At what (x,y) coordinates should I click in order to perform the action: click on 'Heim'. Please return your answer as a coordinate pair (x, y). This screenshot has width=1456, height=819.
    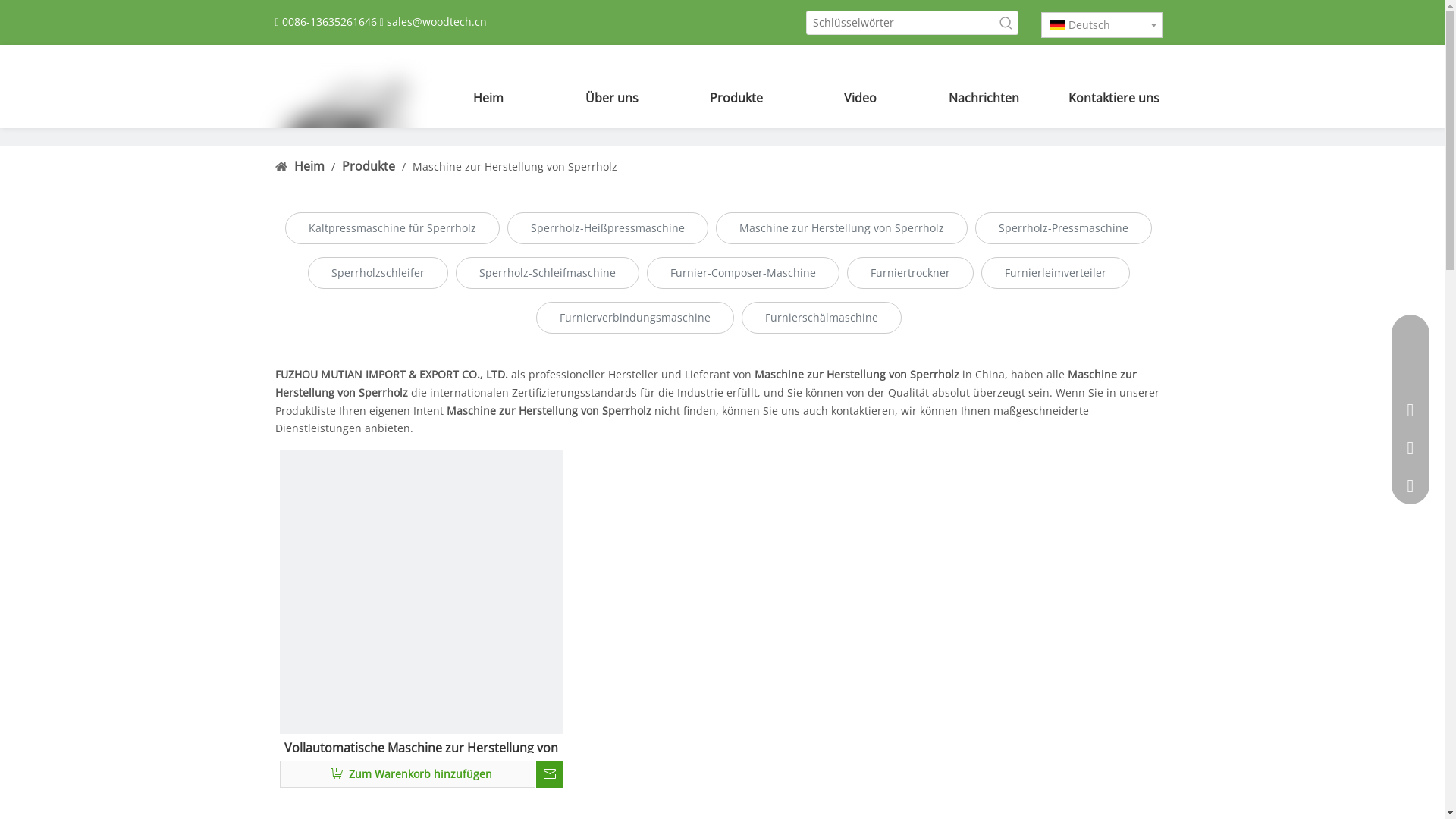
    Looking at the image, I should click on (488, 97).